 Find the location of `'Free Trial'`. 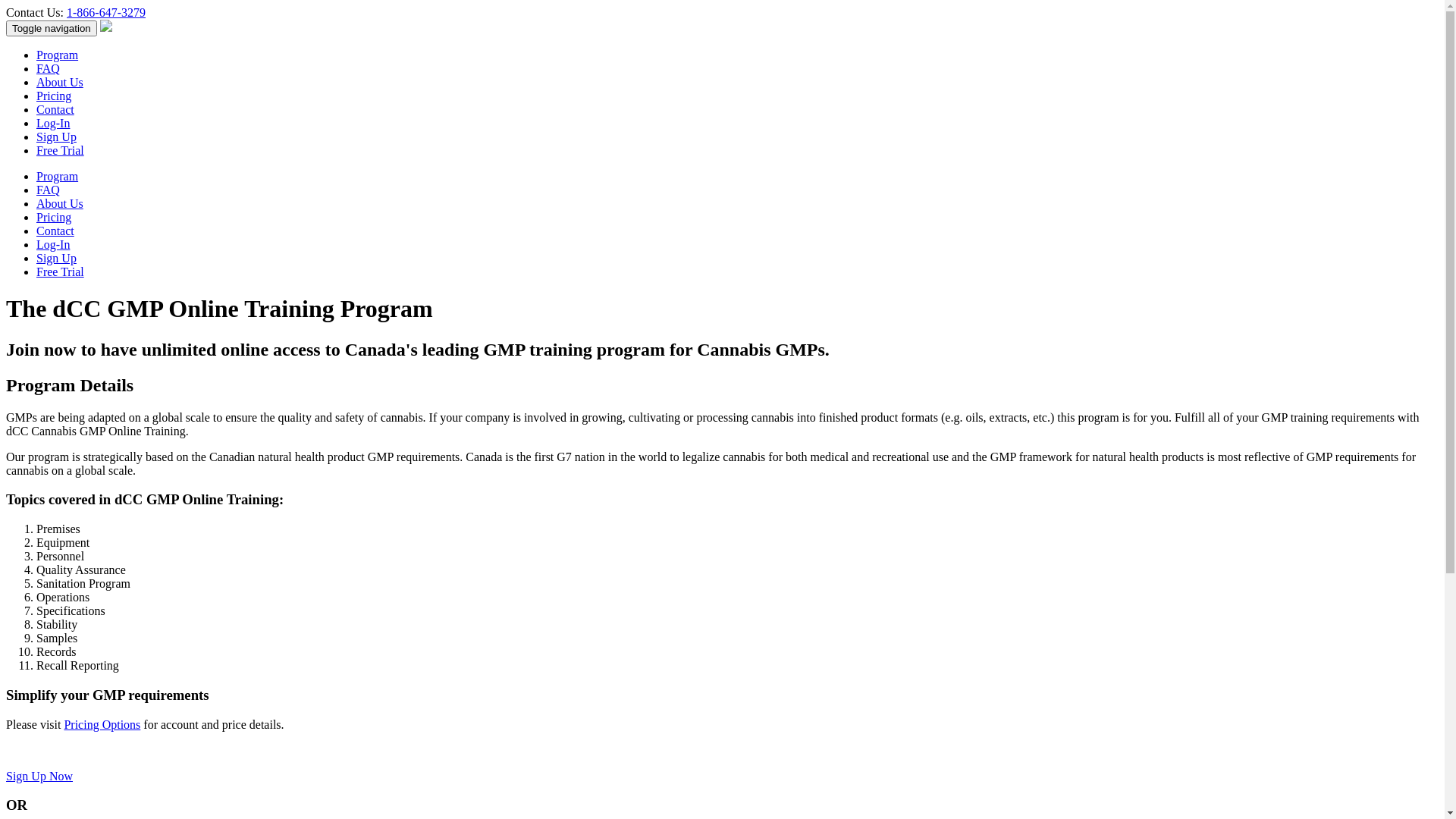

'Free Trial' is located at coordinates (60, 271).